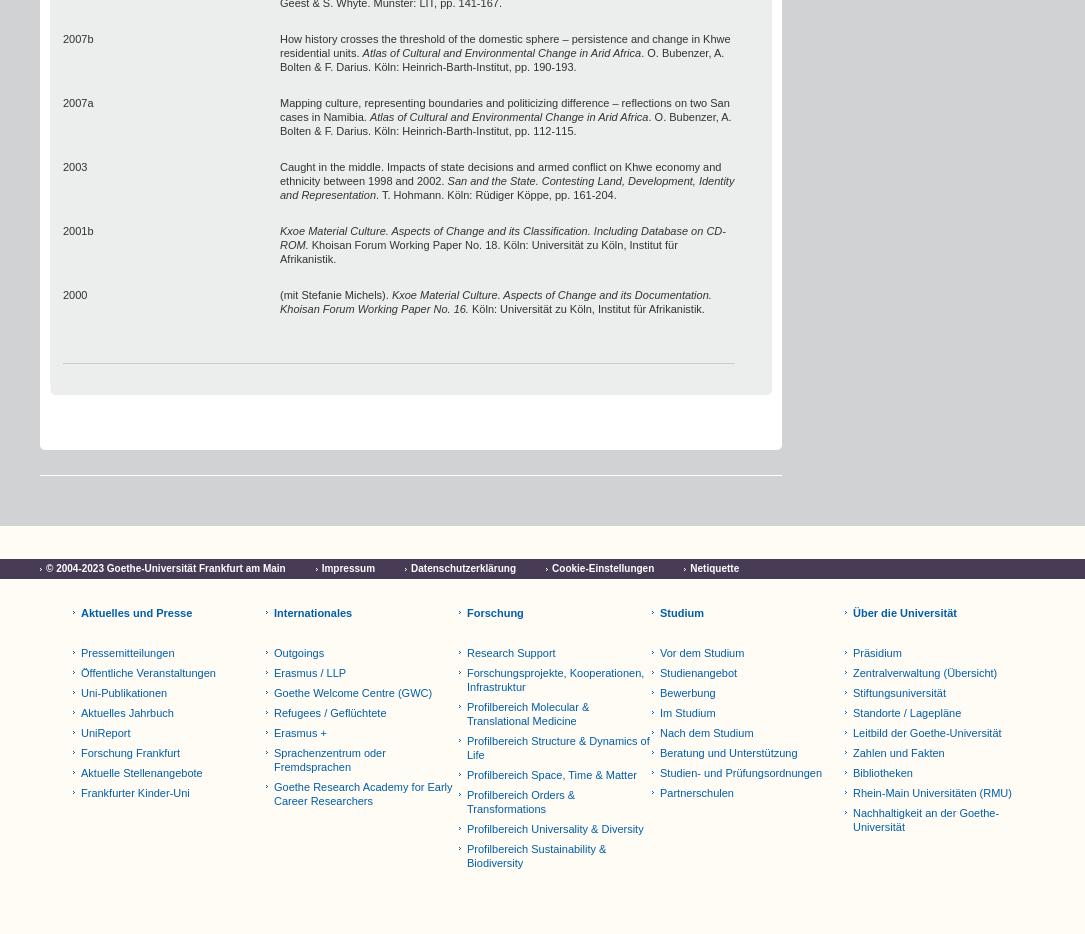 This screenshot has height=934, width=1085. Describe the element at coordinates (135, 612) in the screenshot. I see `'Aktuelles und Presse'` at that location.